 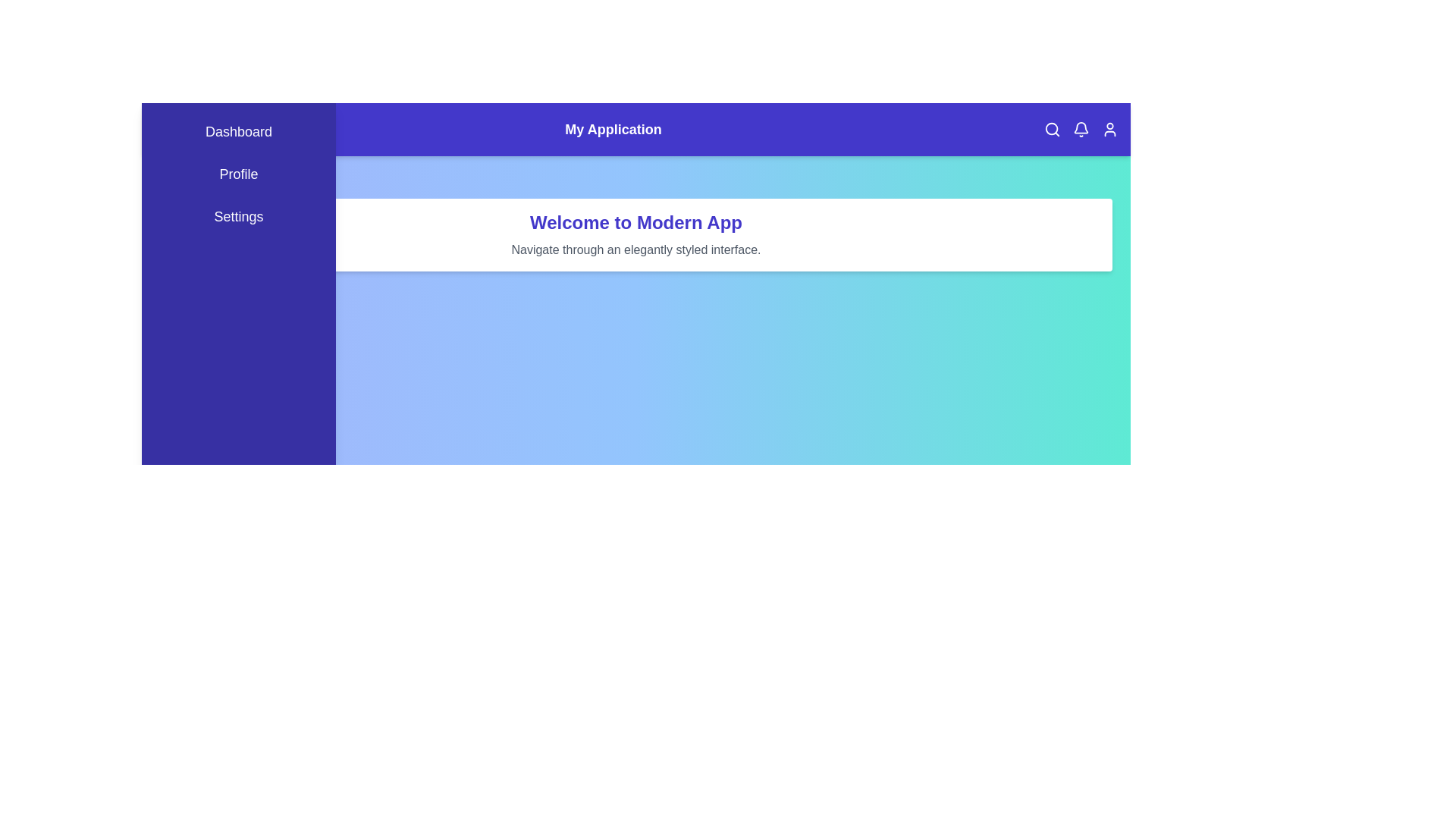 What do you see at coordinates (238, 174) in the screenshot?
I see `the menu item to navigate to Profile` at bounding box center [238, 174].